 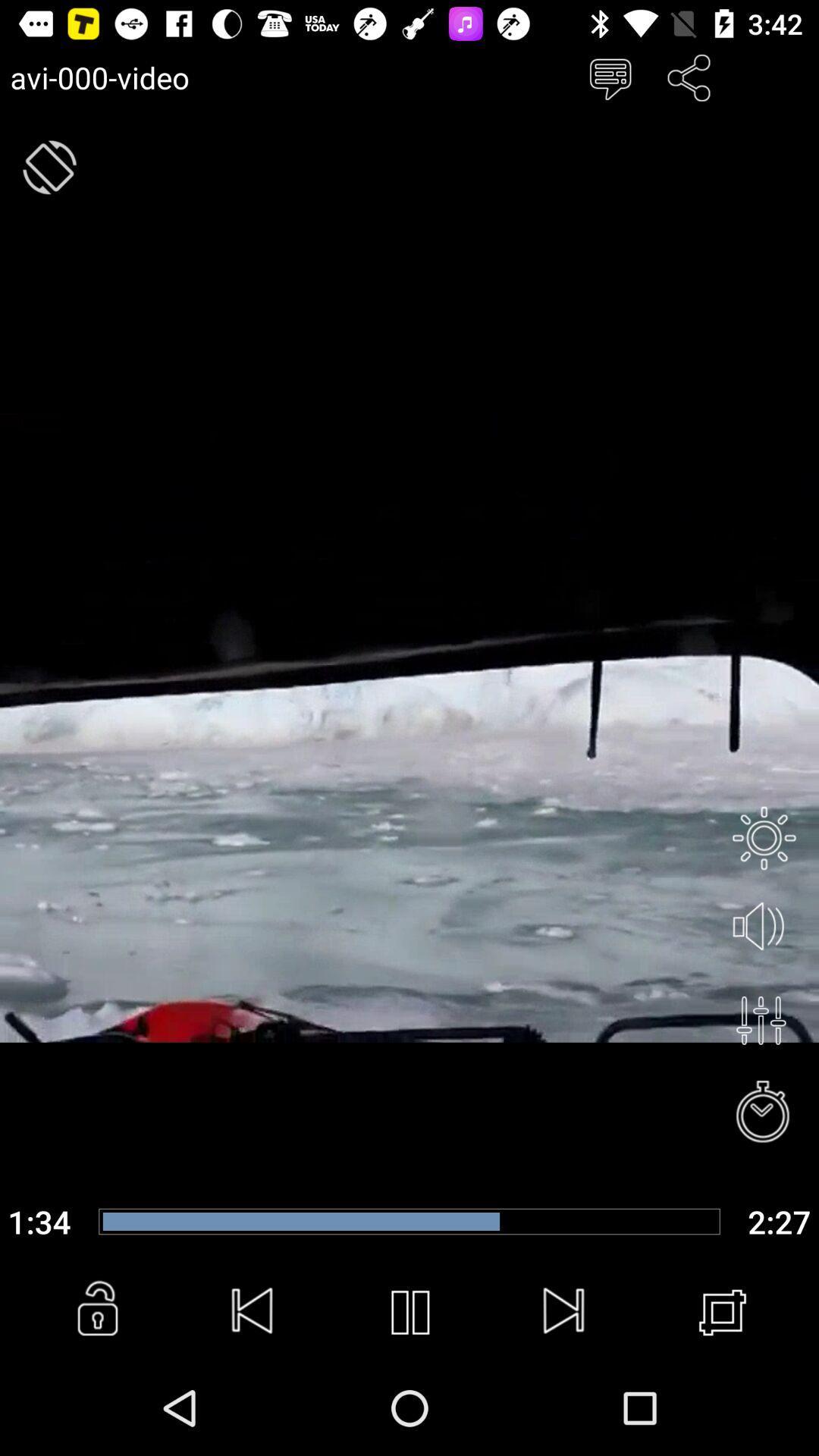 I want to click on audio, so click(x=764, y=927).